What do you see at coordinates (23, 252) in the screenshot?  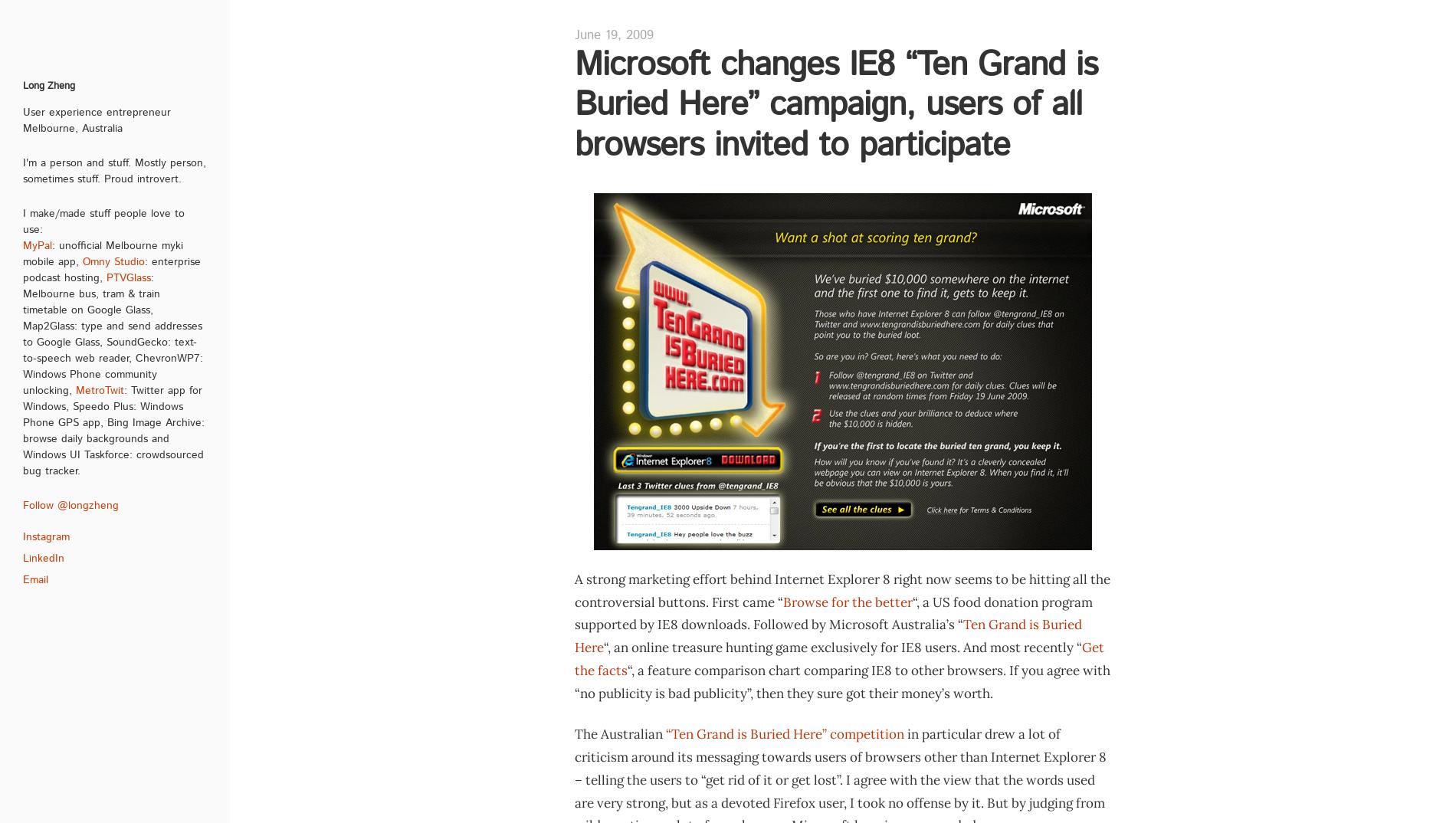 I see `': unofficial Melbourne myki mobile app,'` at bounding box center [23, 252].